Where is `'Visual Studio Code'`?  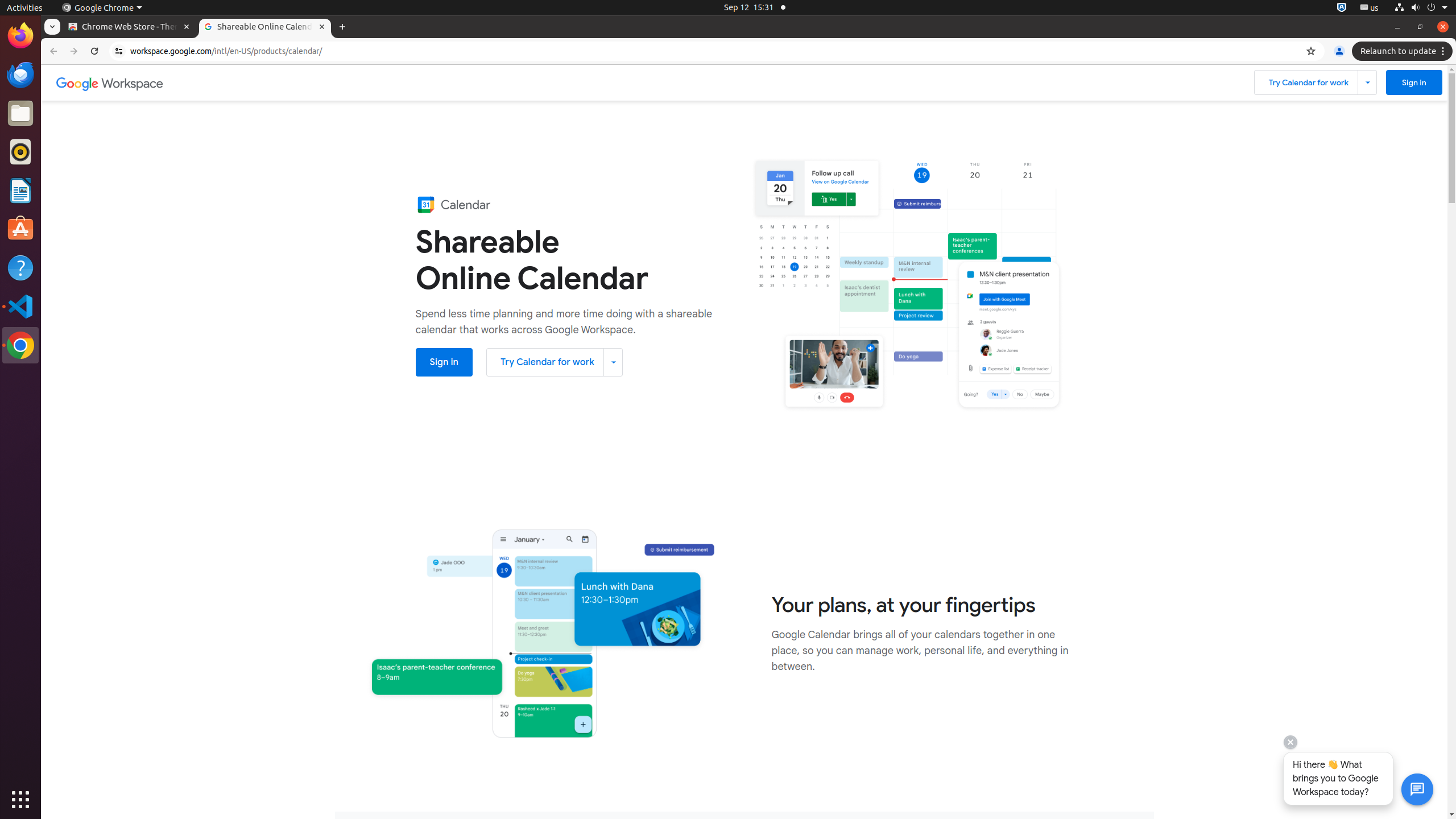
'Visual Studio Code' is located at coordinates (20, 305).